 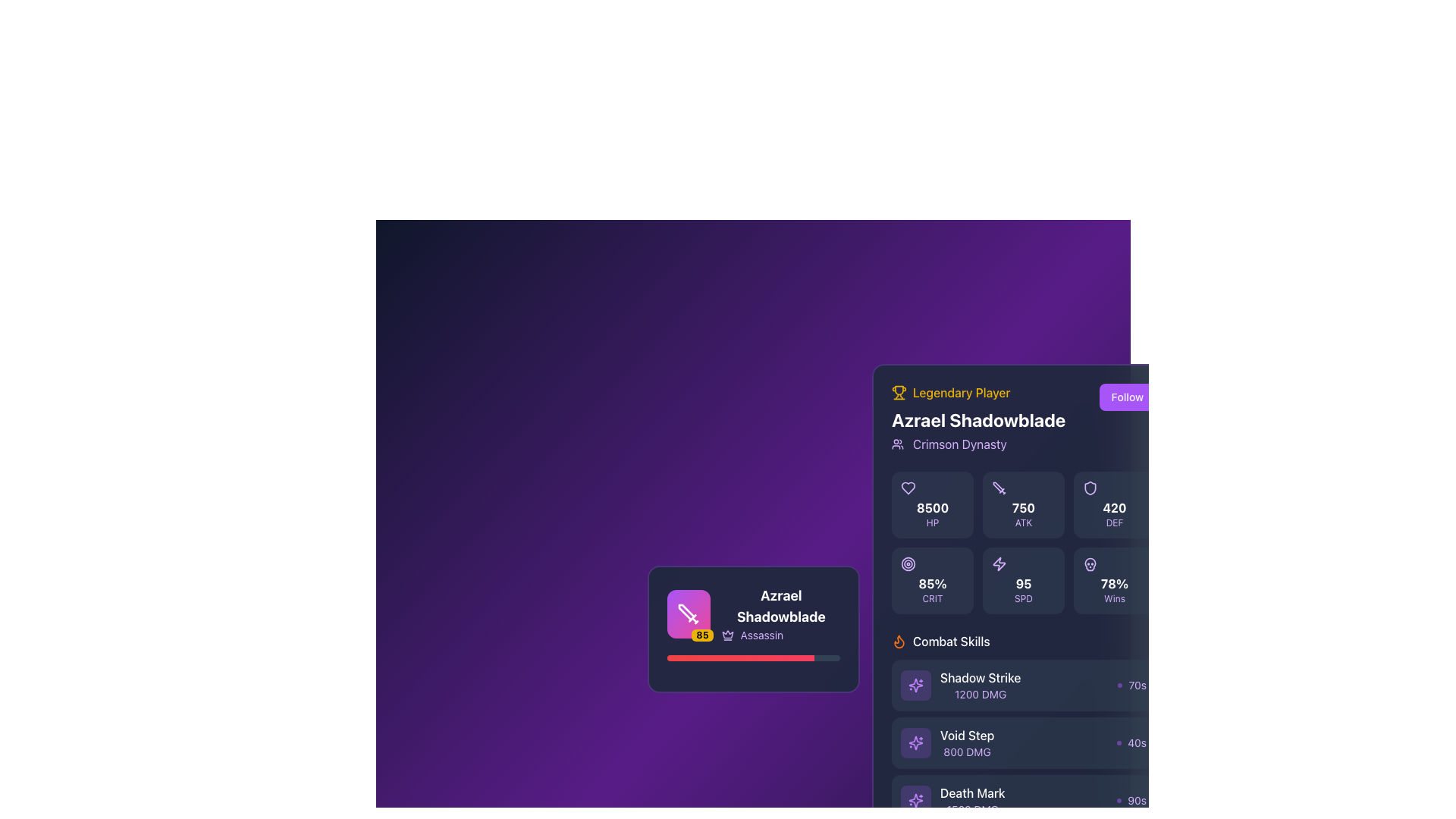 I want to click on the label text indicating a statistic or attribute located beneath the value '420' in the bottom-right section of the card, so click(x=1114, y=522).